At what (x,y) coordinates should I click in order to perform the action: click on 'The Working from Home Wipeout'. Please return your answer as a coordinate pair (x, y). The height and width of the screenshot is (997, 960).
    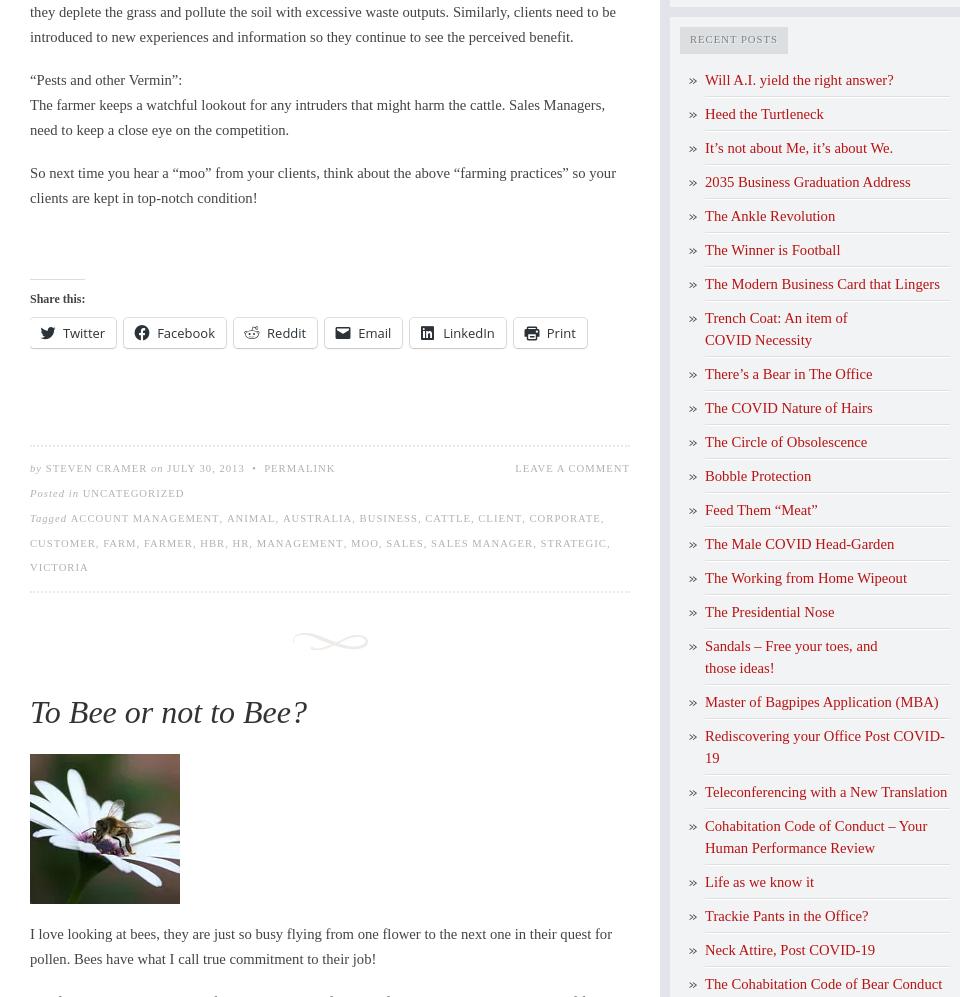
    Looking at the image, I should click on (806, 576).